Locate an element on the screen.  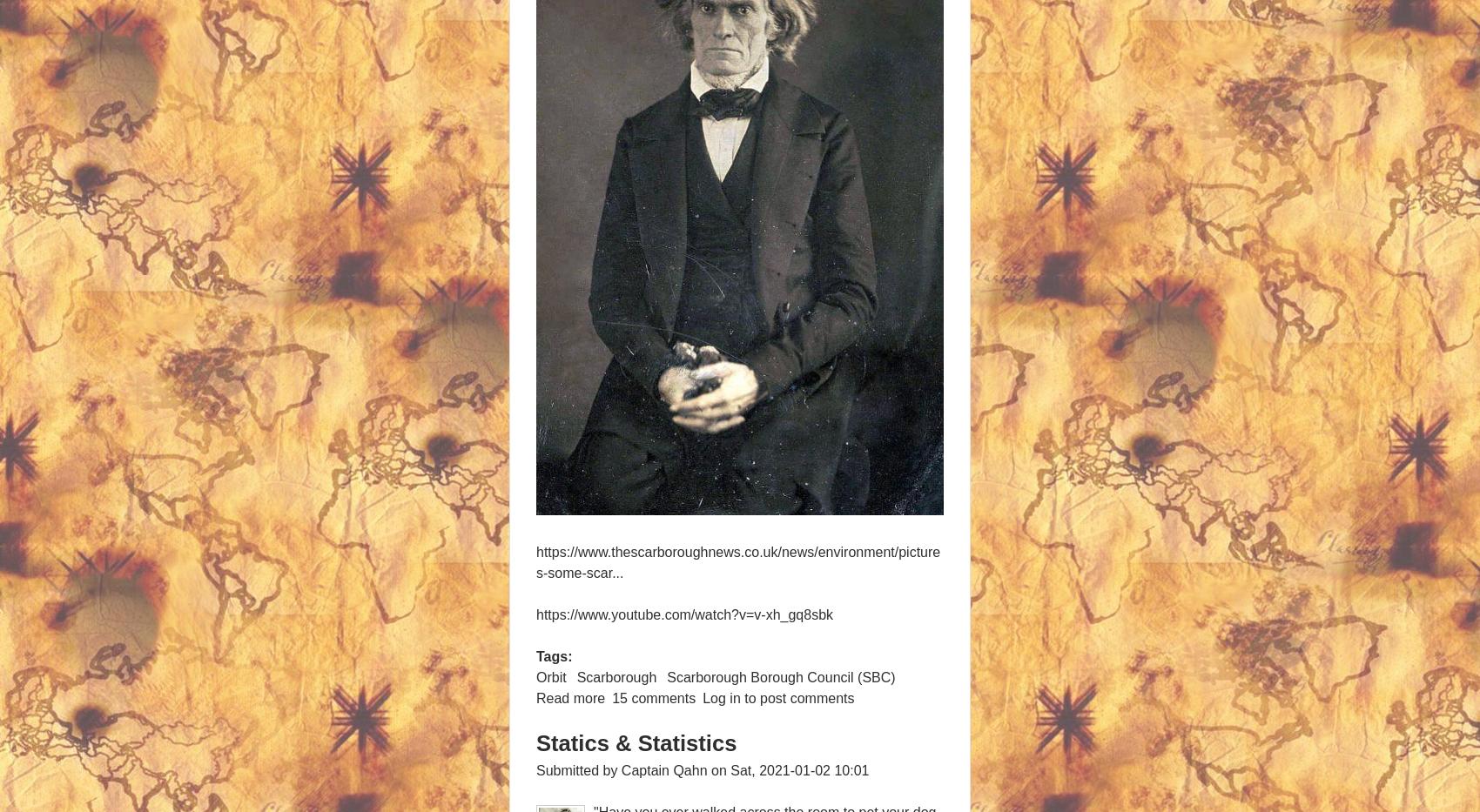
'https://www.youtube.com/watch?v=v-xh_gq8sbk' is located at coordinates (683, 614).